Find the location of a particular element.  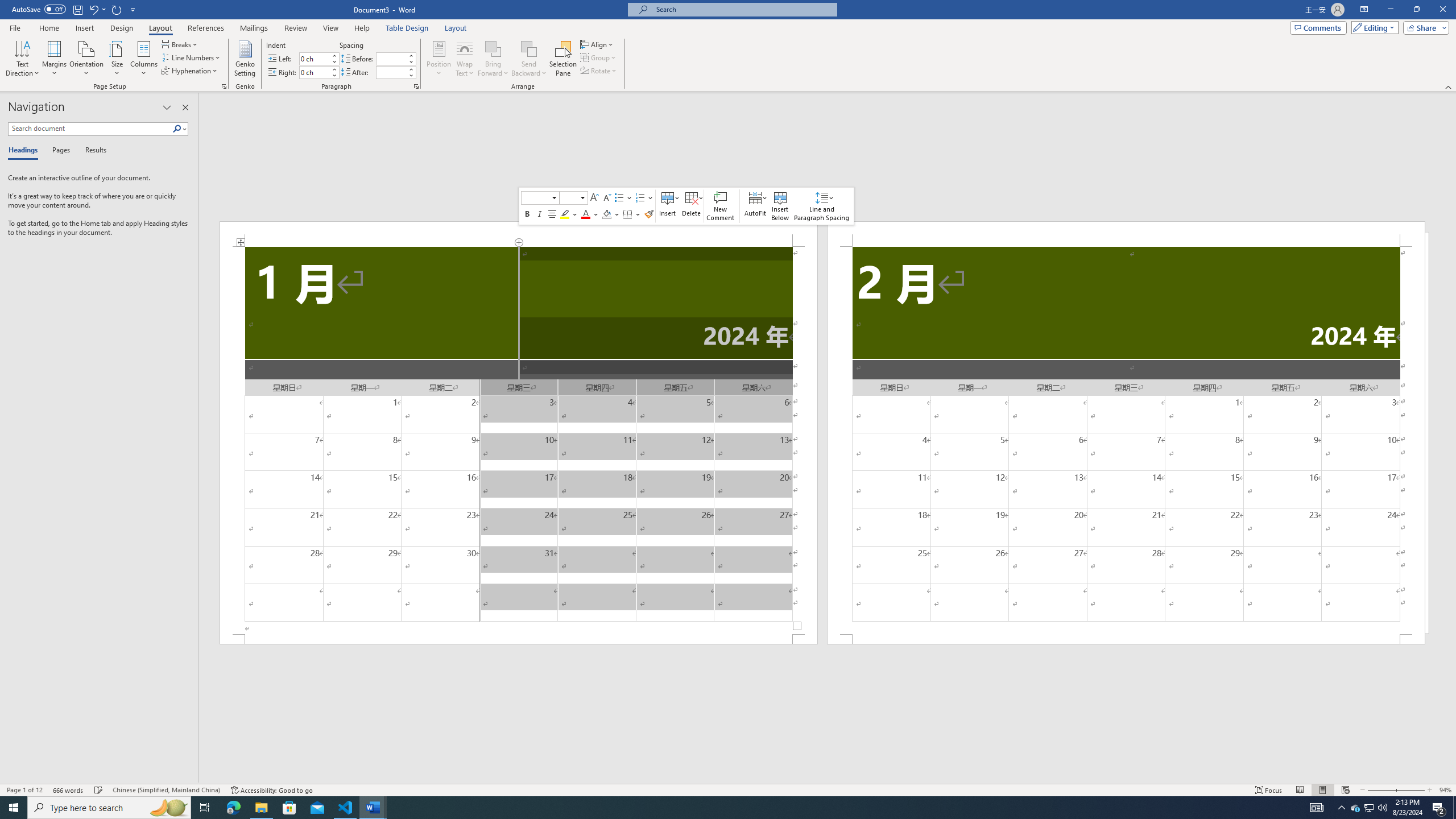

'Genko Setting...' is located at coordinates (245, 59).